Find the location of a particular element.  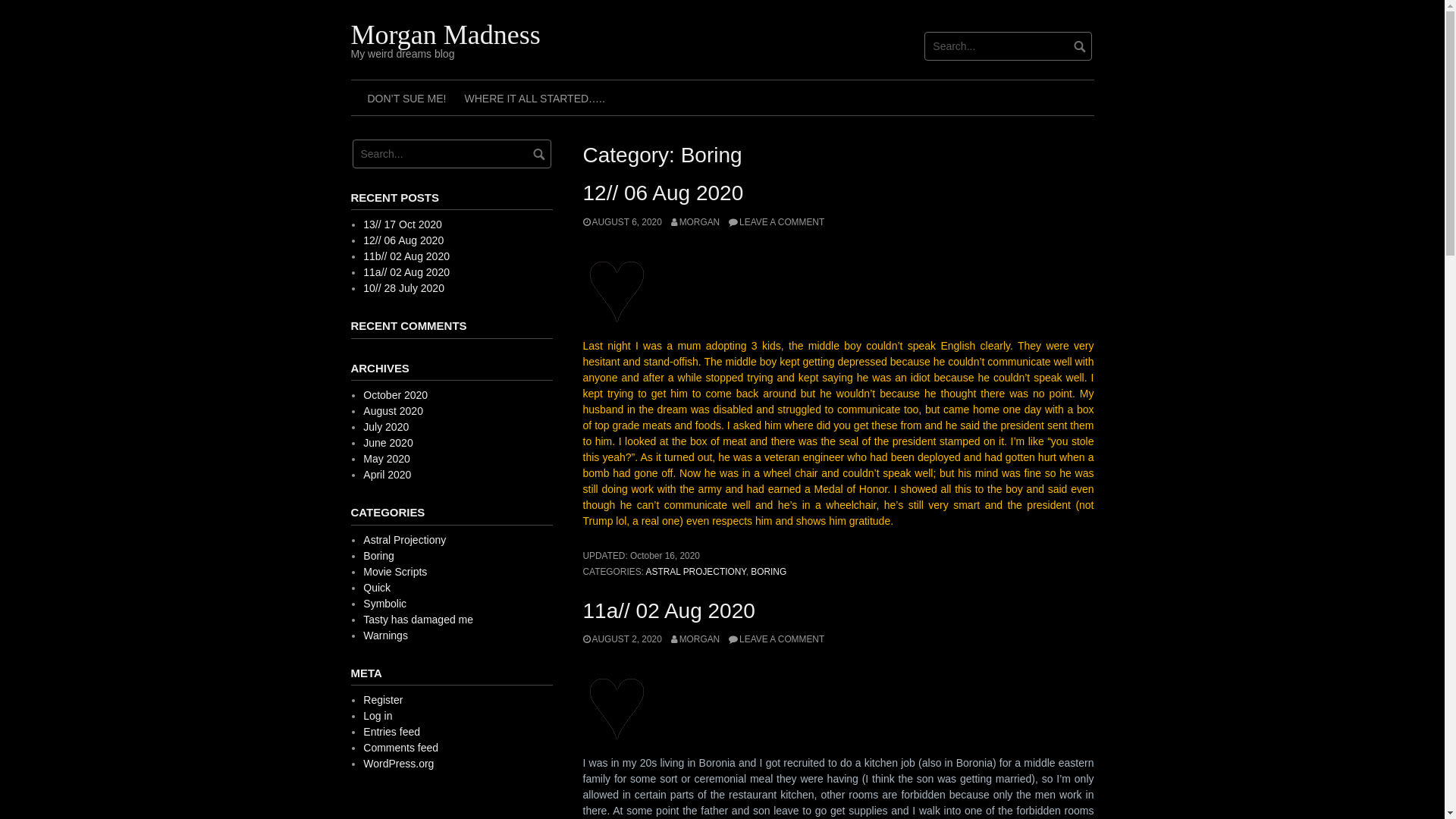

'Boring' is located at coordinates (362, 555).